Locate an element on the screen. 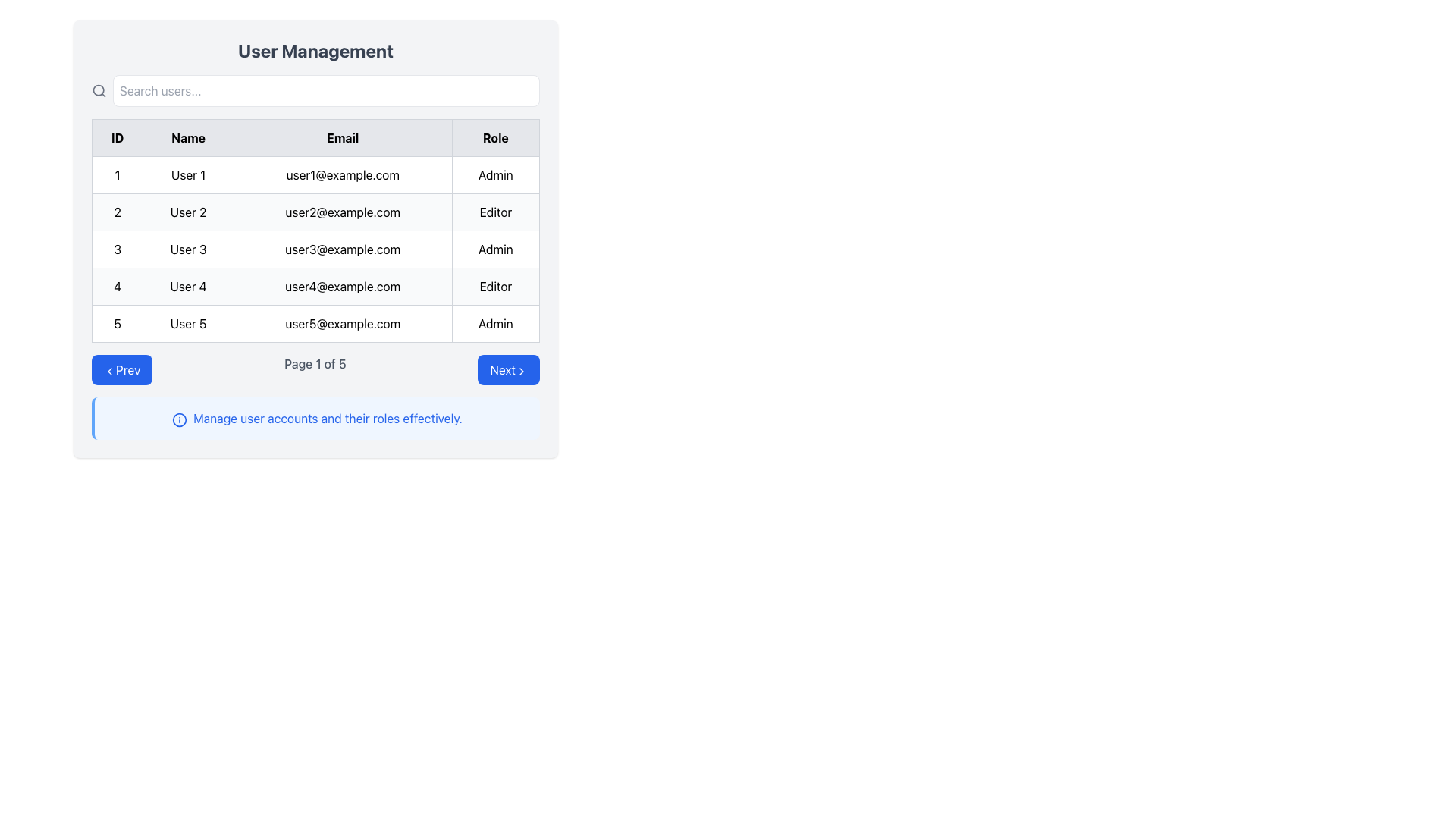  the text label that states 'Manage user accounts and their roles effectively.' which is styled in blue color and located within a light blue background area is located at coordinates (327, 418).